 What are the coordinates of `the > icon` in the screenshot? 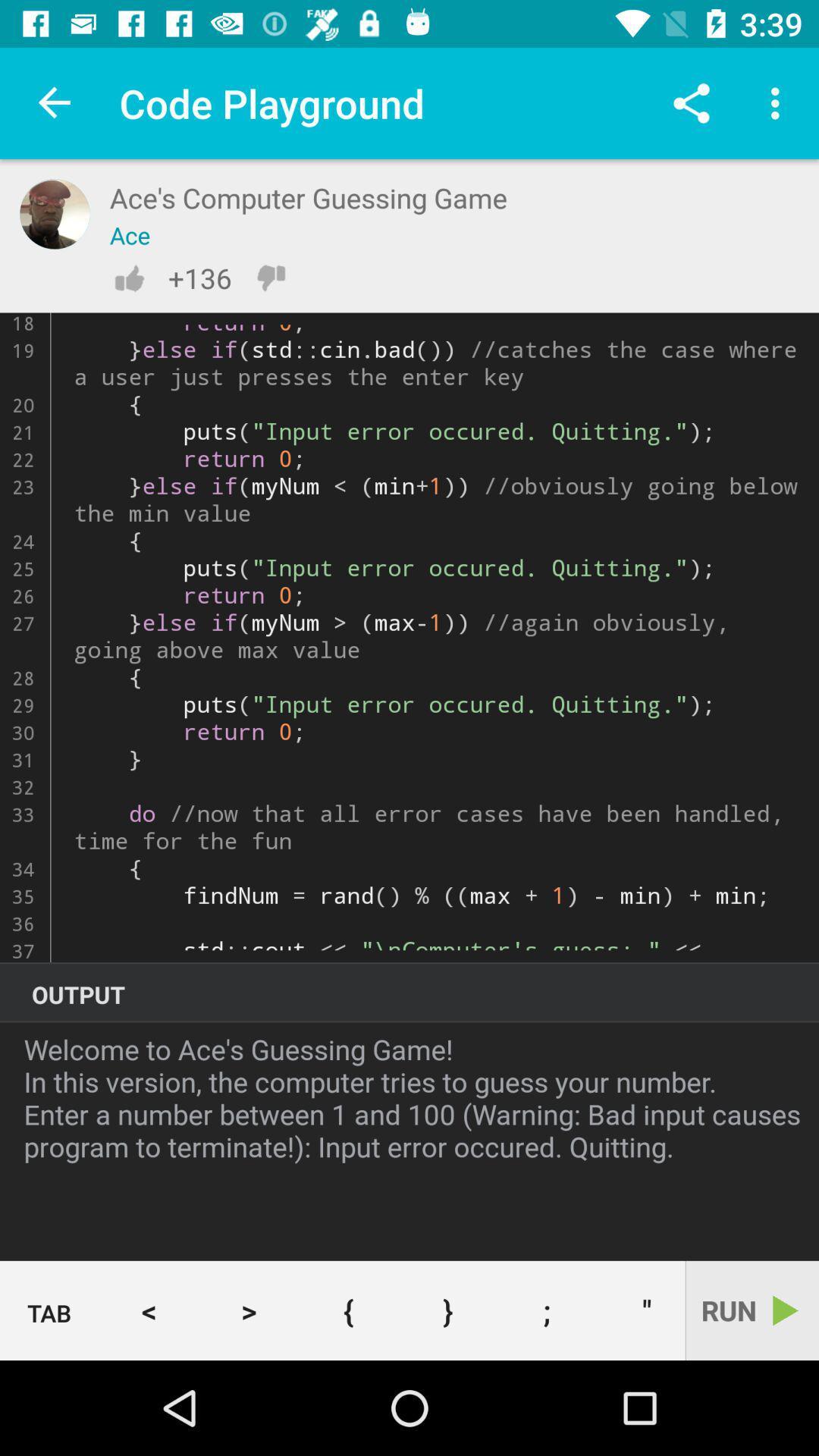 It's located at (248, 1310).